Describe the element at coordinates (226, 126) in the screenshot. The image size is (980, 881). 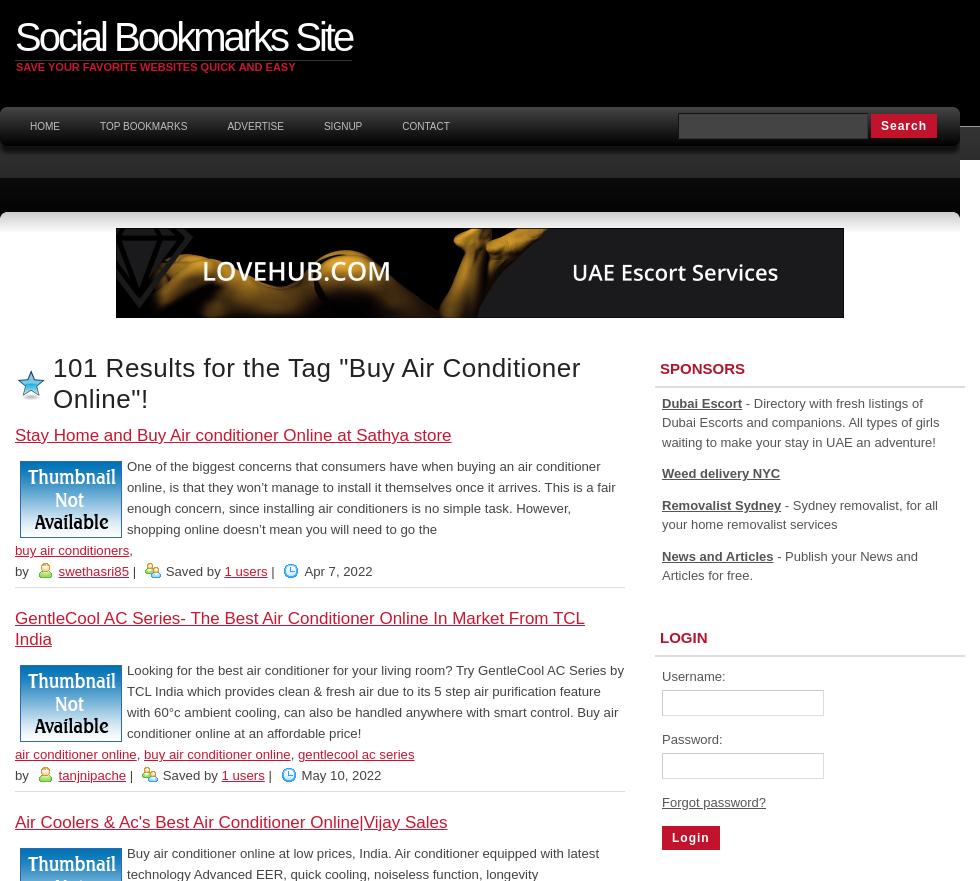
I see `'Advertise'` at that location.